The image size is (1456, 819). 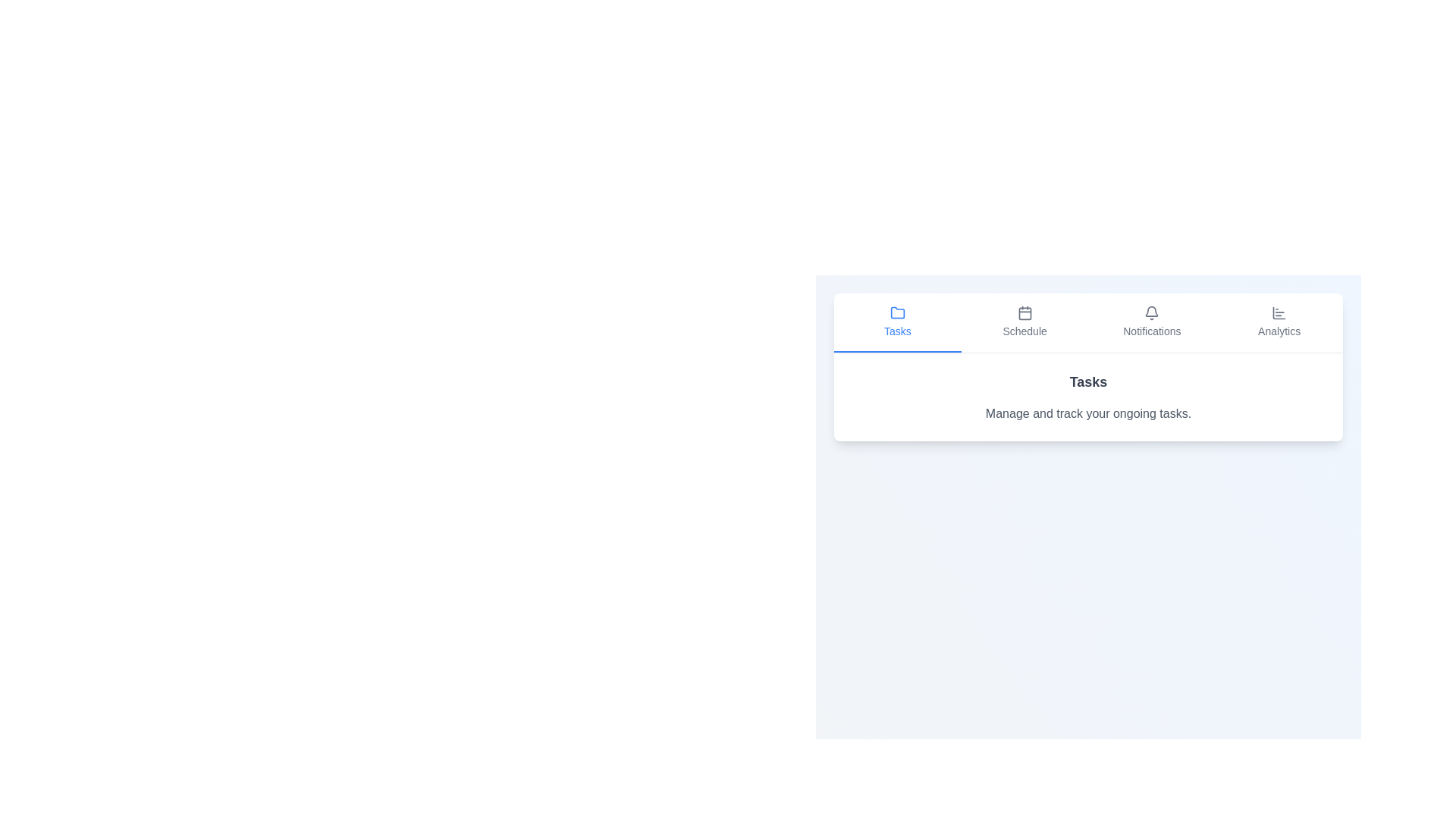 I want to click on the Schedule tab by clicking on its button, so click(x=1025, y=322).